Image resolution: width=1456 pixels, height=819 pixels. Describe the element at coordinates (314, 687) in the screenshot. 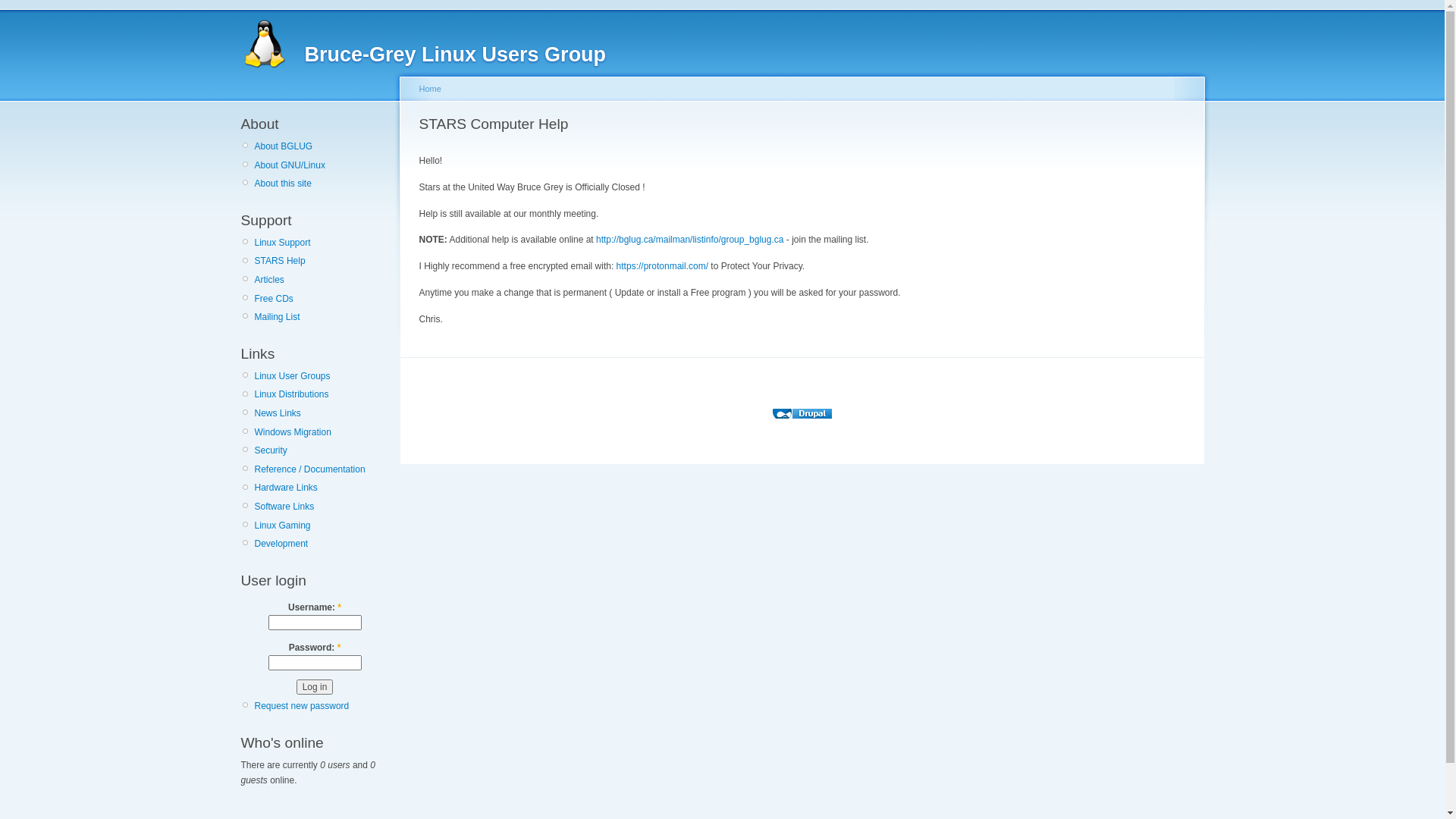

I see `'Log in'` at that location.